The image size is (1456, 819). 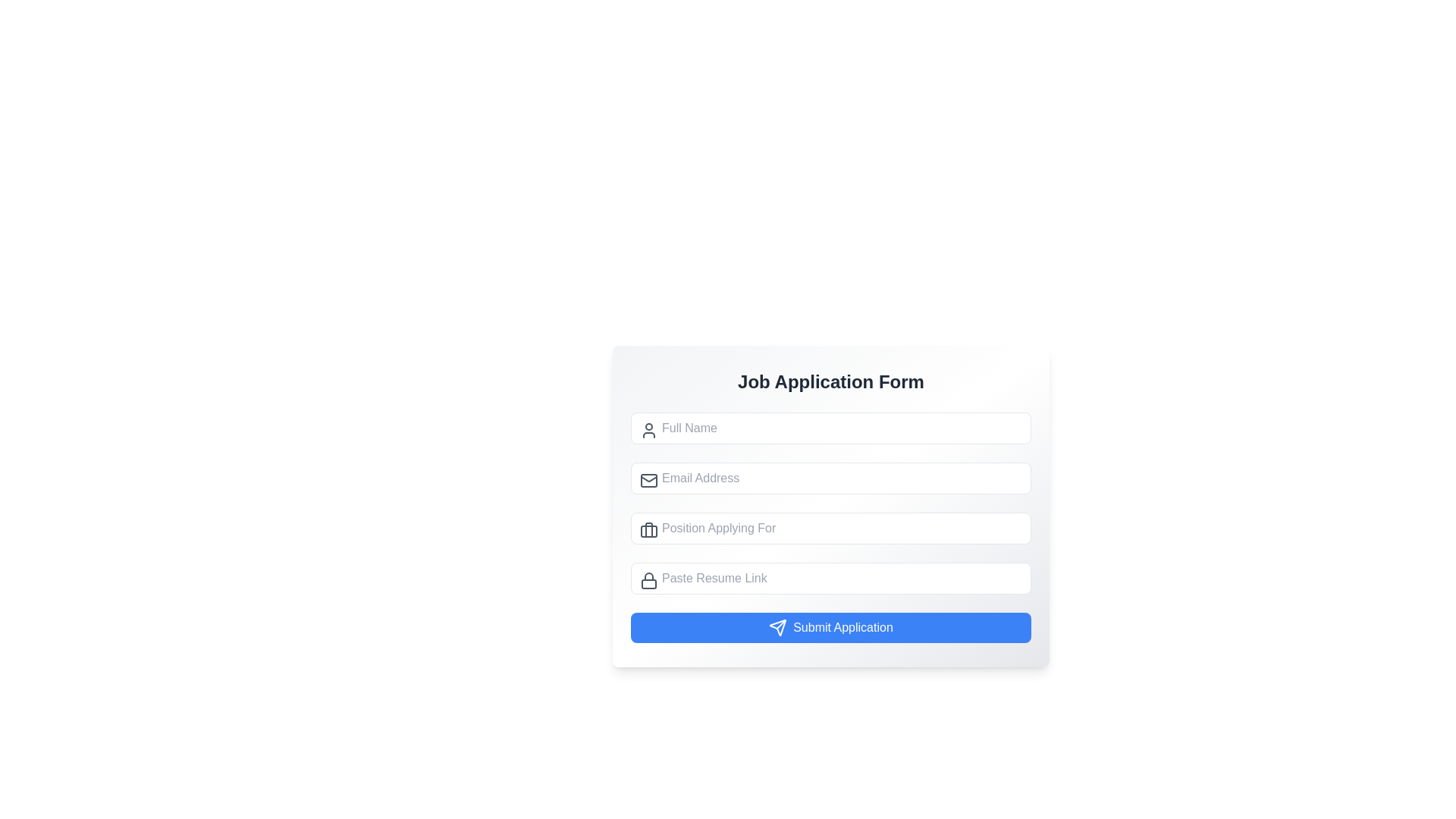 What do you see at coordinates (648, 529) in the screenshot?
I see `the briefcase icon, which is a non-interactive graphical element styled with a minimalist outline, located to the left of the 'Position Applying For' input field` at bounding box center [648, 529].